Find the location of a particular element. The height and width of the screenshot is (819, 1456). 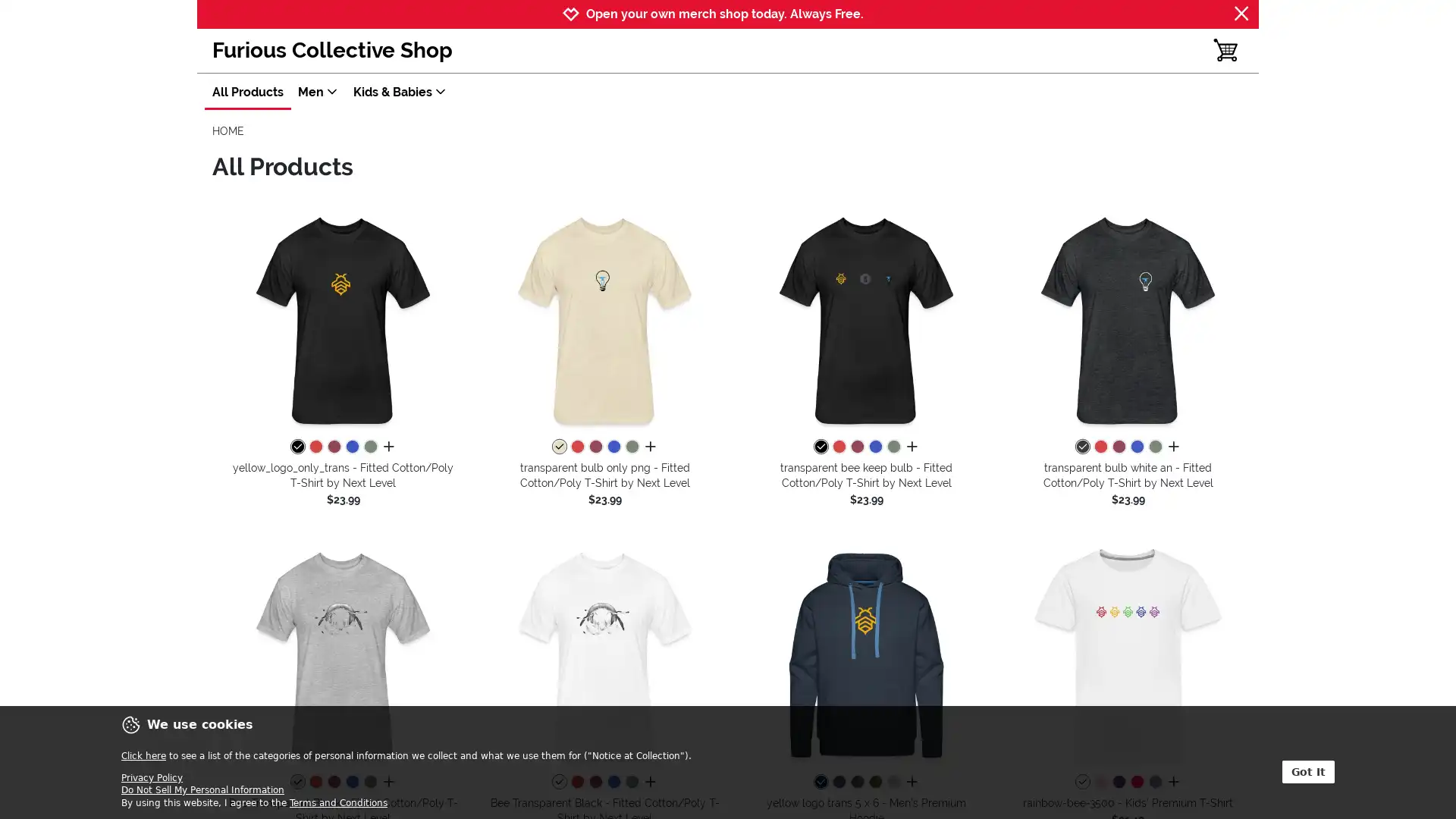

heather black is located at coordinates (1081, 447).